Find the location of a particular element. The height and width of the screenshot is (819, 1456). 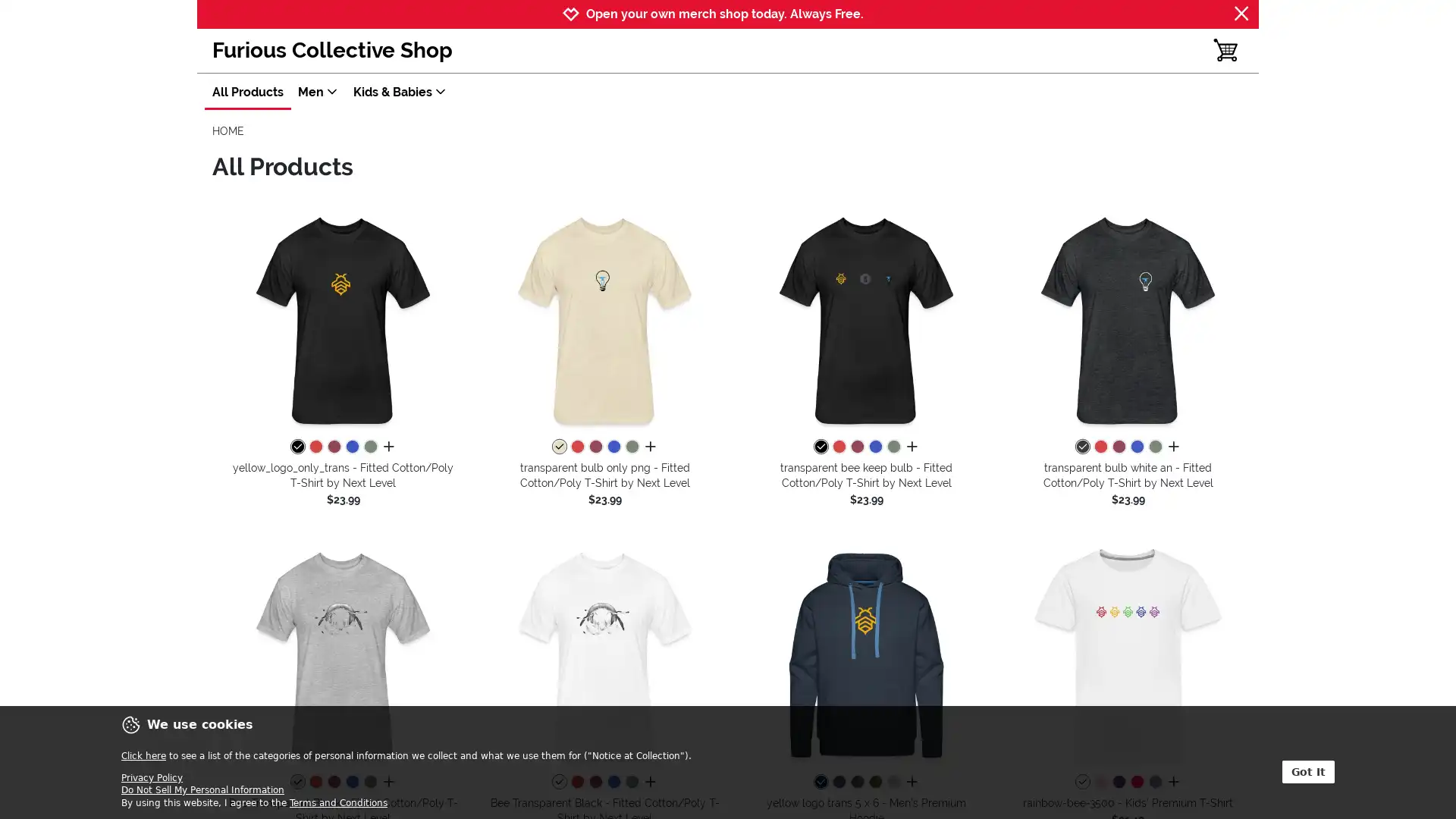

heather black is located at coordinates (1081, 447).